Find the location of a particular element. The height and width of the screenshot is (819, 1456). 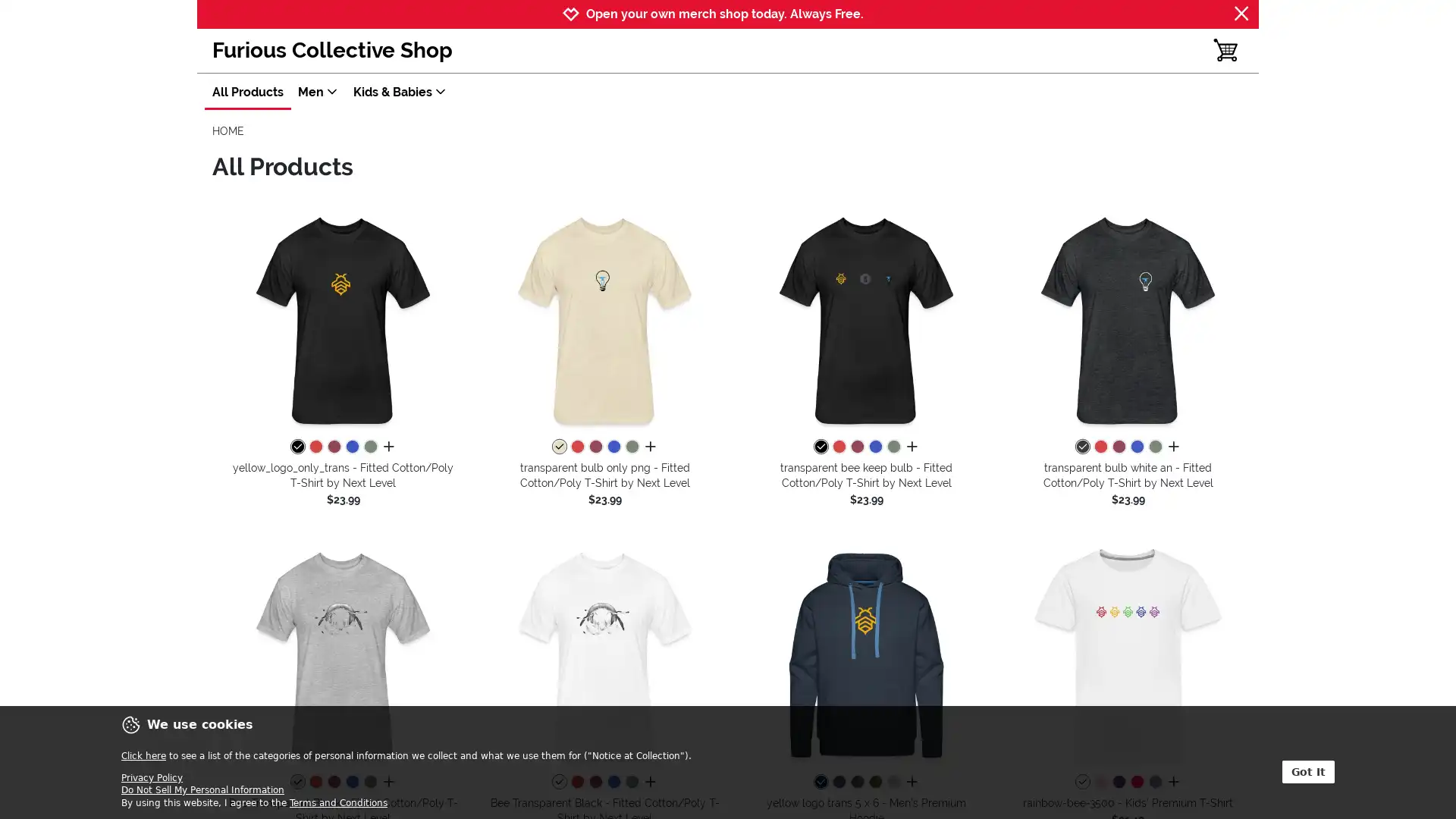

heather black is located at coordinates (1081, 447).